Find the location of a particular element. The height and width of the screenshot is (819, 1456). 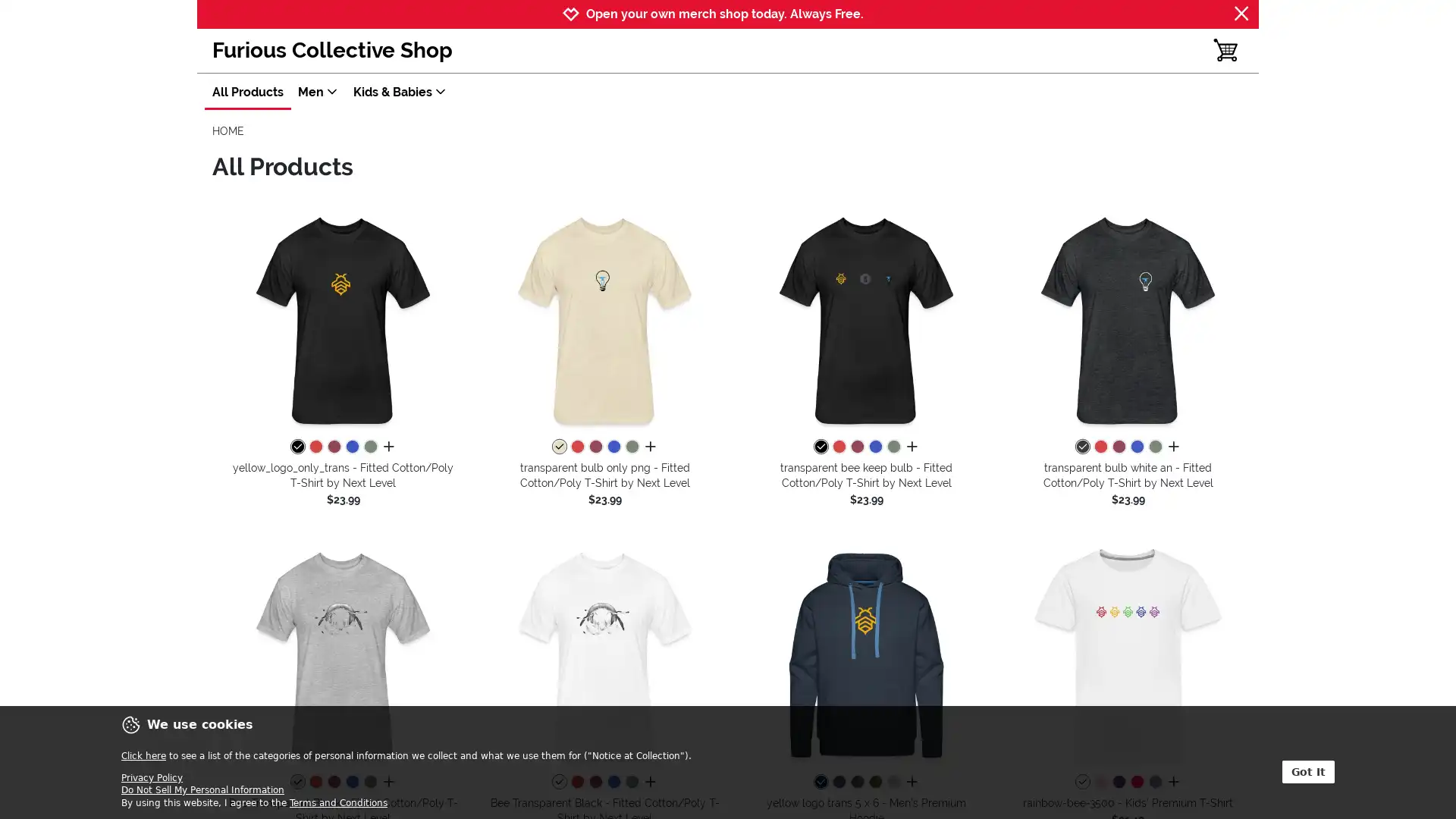

heather black is located at coordinates (1081, 447).